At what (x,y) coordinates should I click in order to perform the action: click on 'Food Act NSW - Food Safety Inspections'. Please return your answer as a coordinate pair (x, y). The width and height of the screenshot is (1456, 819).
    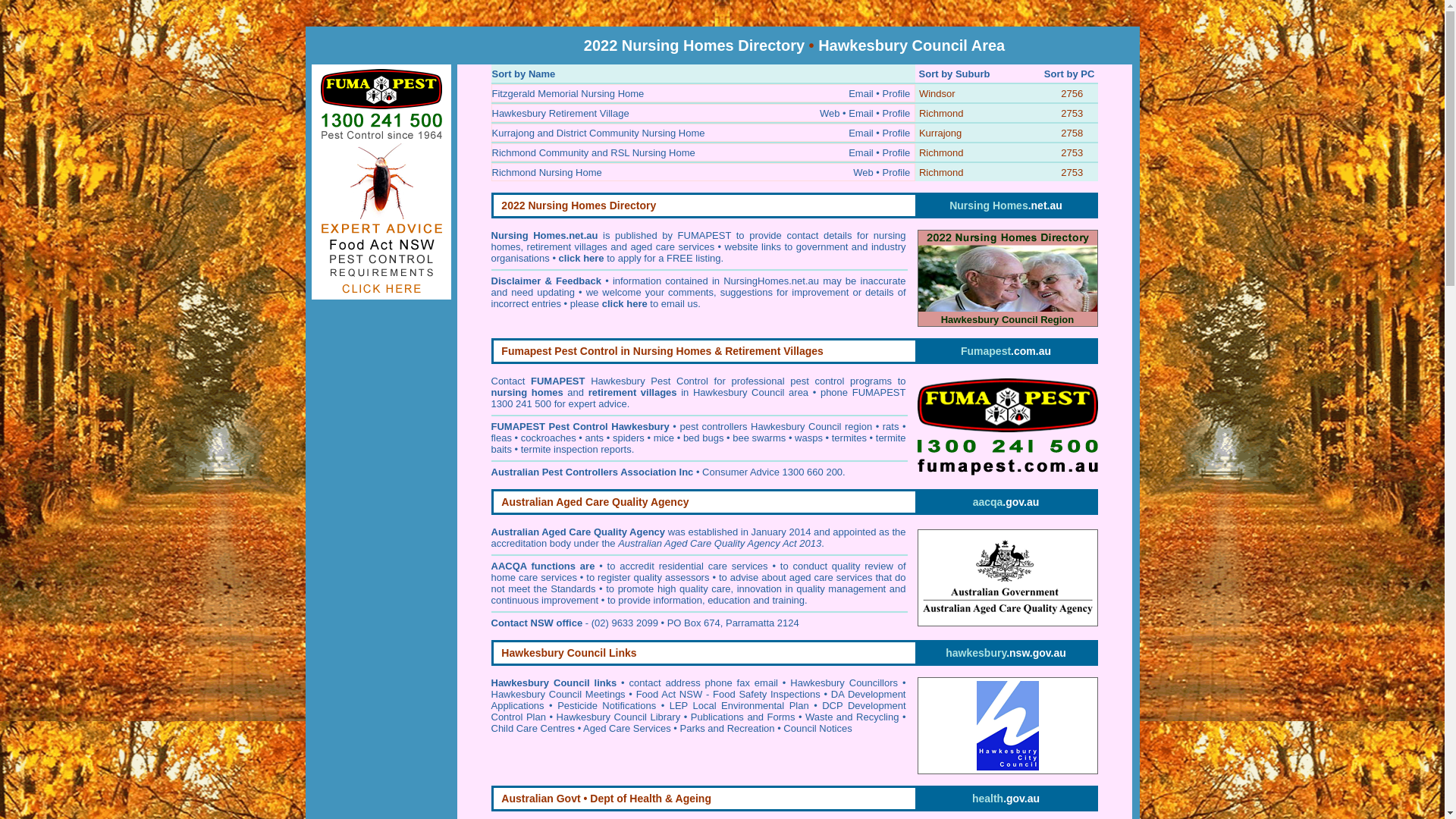
    Looking at the image, I should click on (728, 694).